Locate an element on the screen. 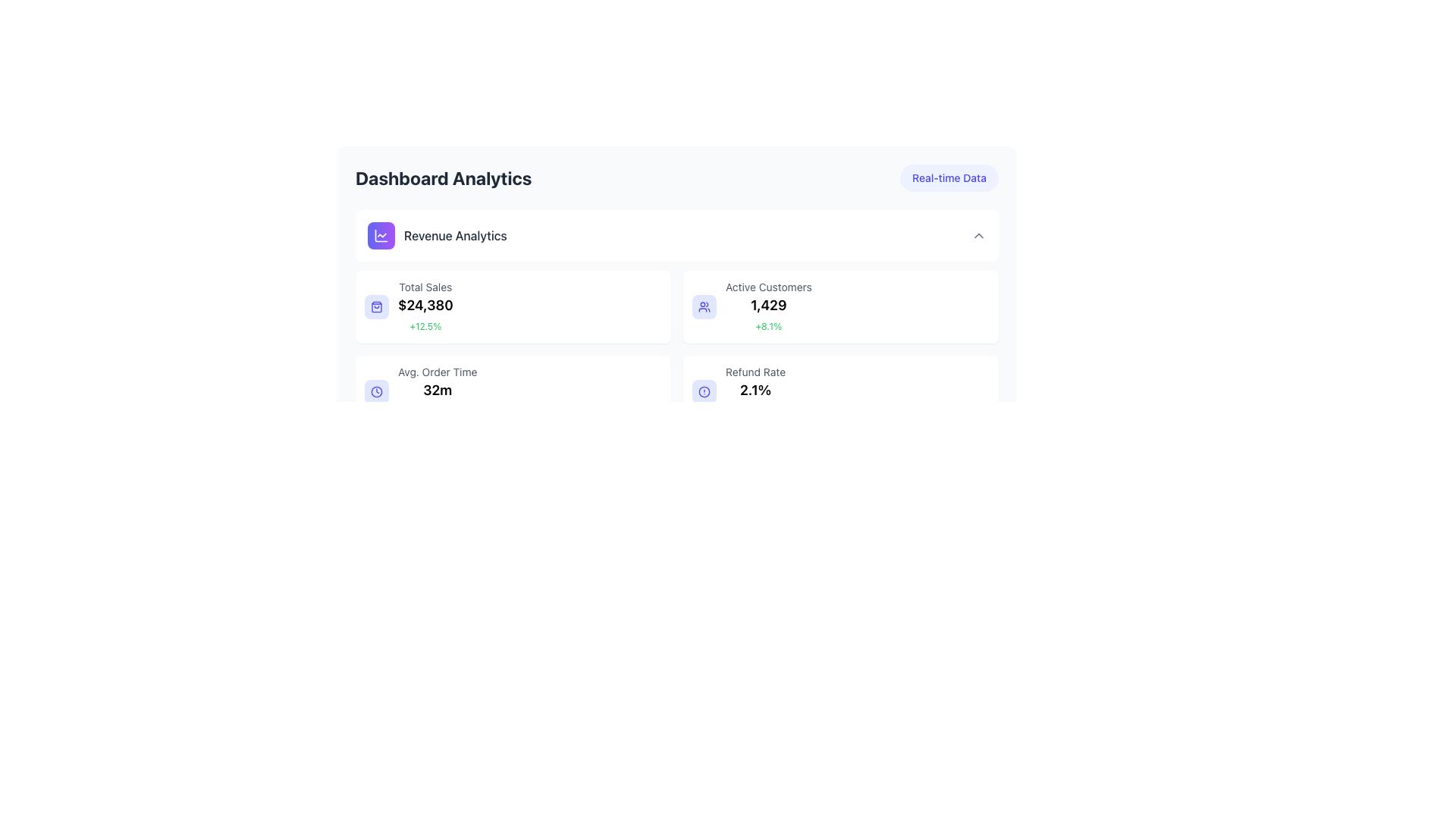  the Text label displaying '1,429' in bold, black text, located beneath 'Active Customers' and above '+8.1%' in the third section of the dashboard is located at coordinates (768, 305).